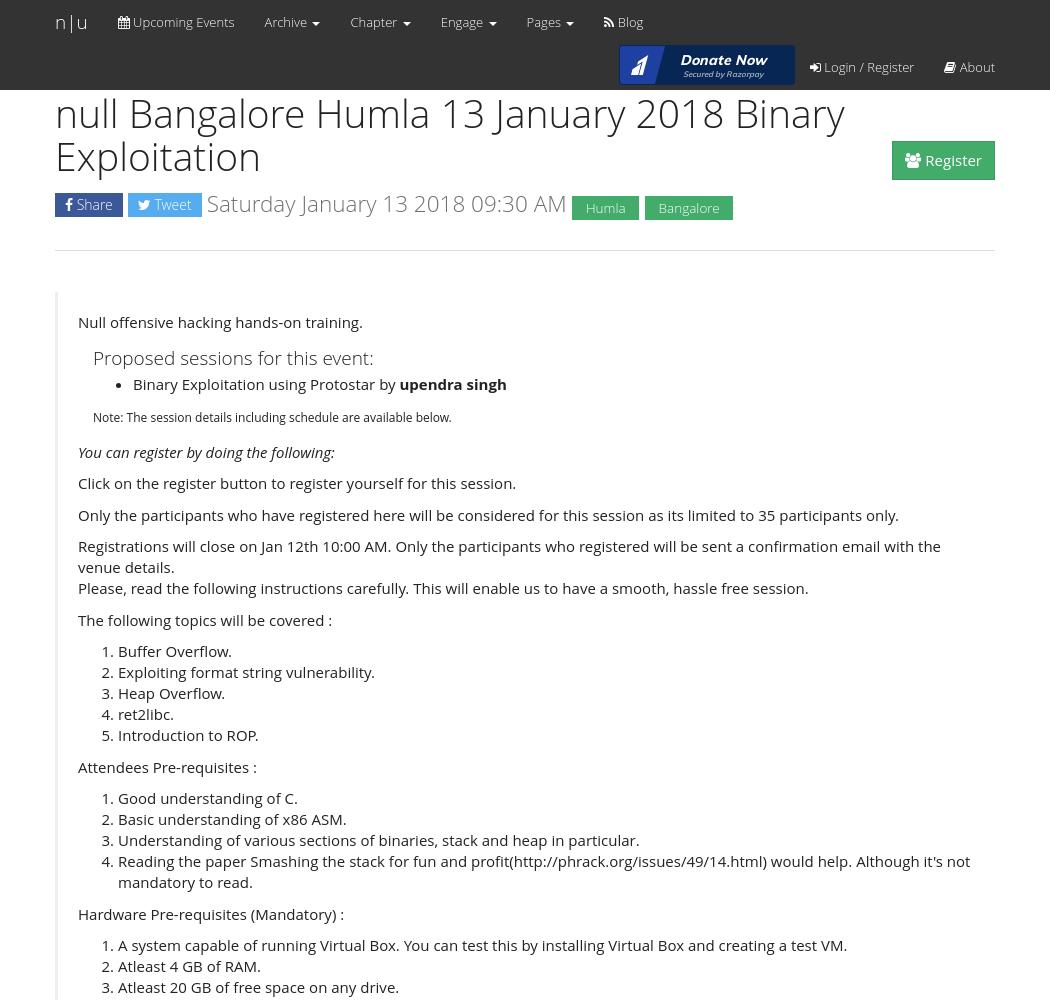 The width and height of the screenshot is (1050, 1000). Describe the element at coordinates (203, 618) in the screenshot. I see `'The following topics will be covered :'` at that location.